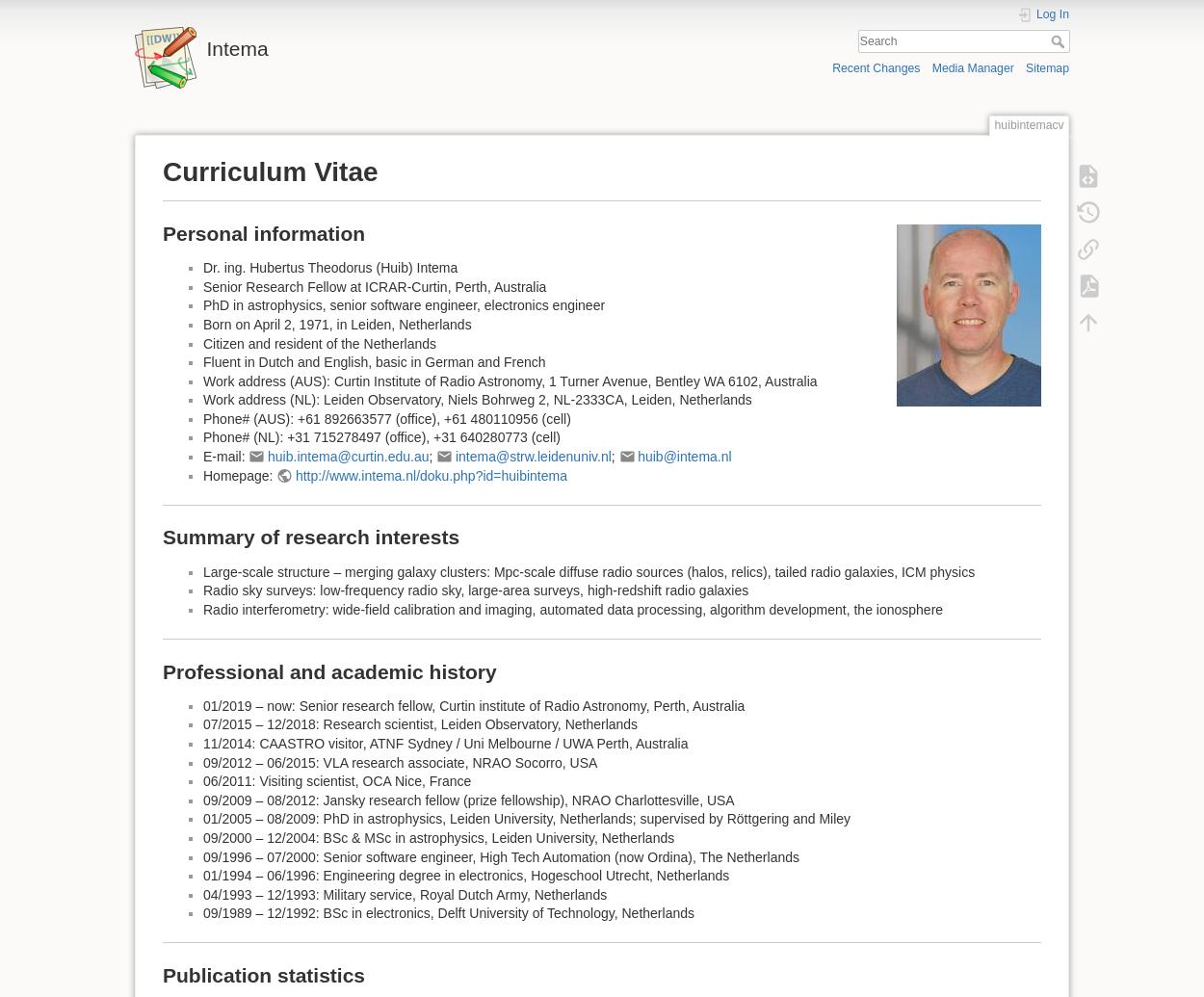 The width and height of the screenshot is (1204, 997). What do you see at coordinates (405, 892) in the screenshot?
I see `'04/1993 – 12/1993: Military service, Royal Dutch Army, Netherlands'` at bounding box center [405, 892].